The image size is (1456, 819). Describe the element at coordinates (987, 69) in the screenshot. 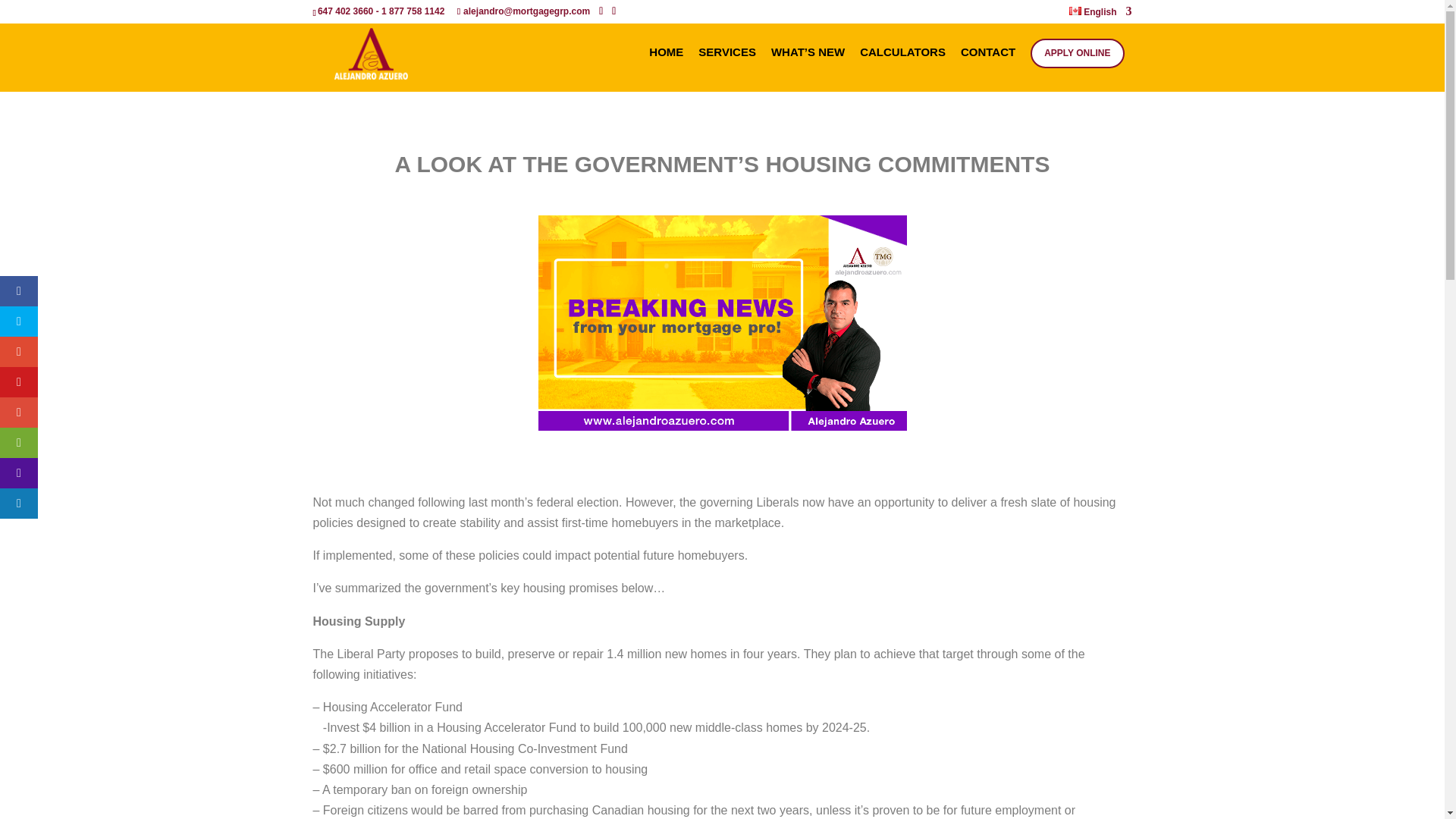

I see `'CONTACT'` at that location.